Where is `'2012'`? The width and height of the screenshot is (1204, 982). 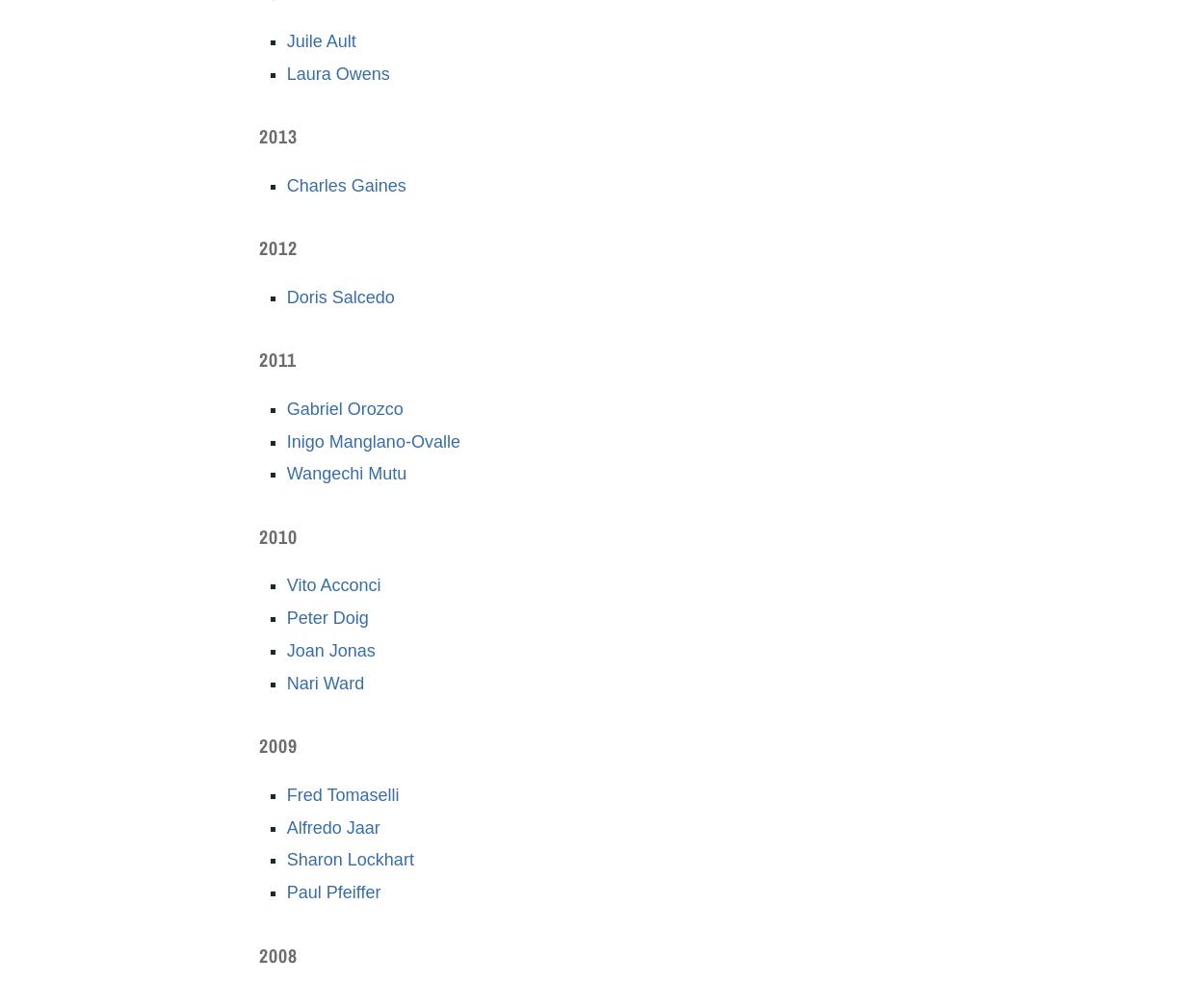 '2012' is located at coordinates (278, 246).